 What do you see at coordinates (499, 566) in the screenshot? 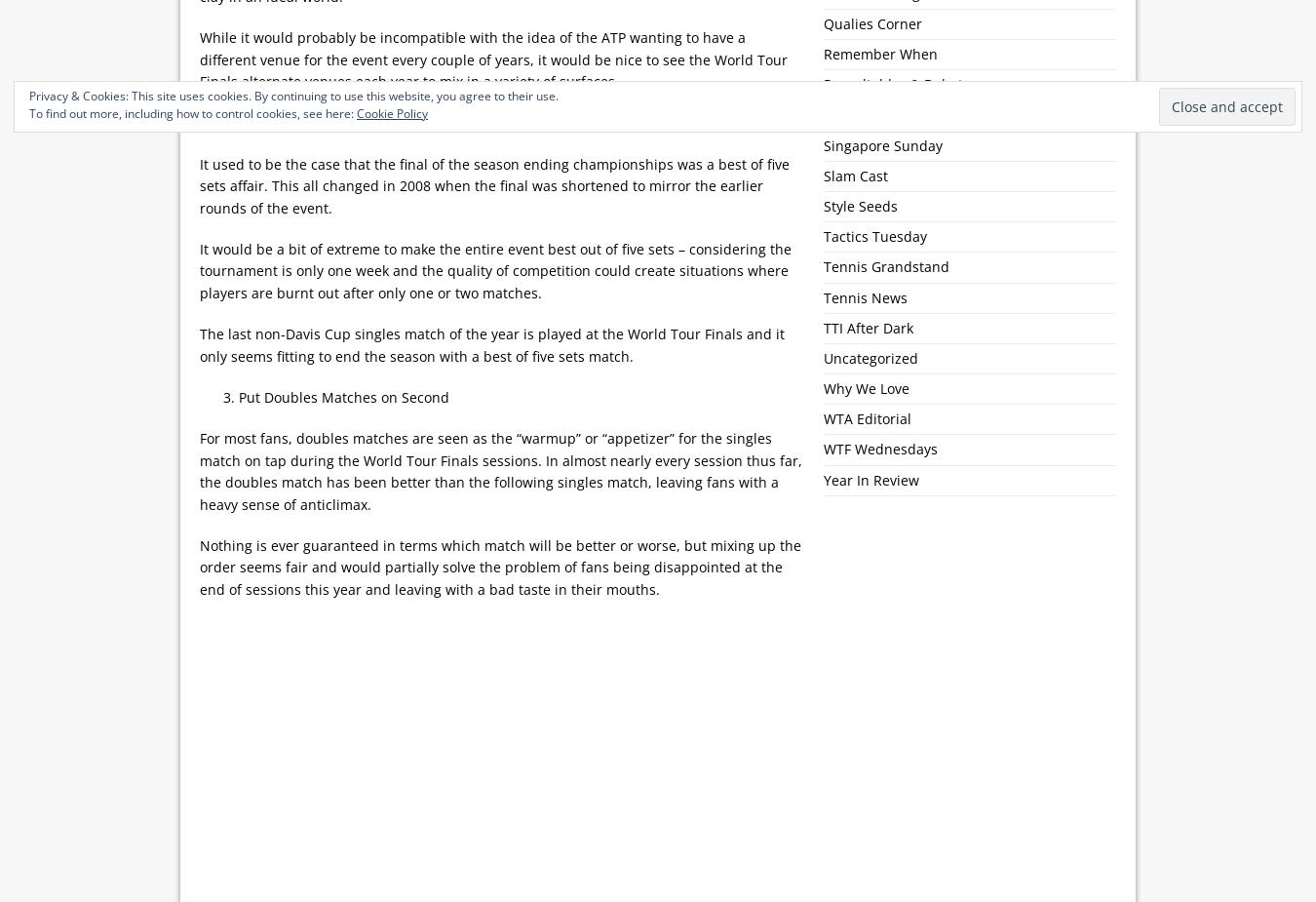
I see `'Nothing is ever guaranteed in terms which match will be better or worse, but mixing up the order seems fair and would partially solve the problem of fans being disappointed at the end of sessions this year and leaving with a bad taste in their mouths.'` at bounding box center [499, 566].